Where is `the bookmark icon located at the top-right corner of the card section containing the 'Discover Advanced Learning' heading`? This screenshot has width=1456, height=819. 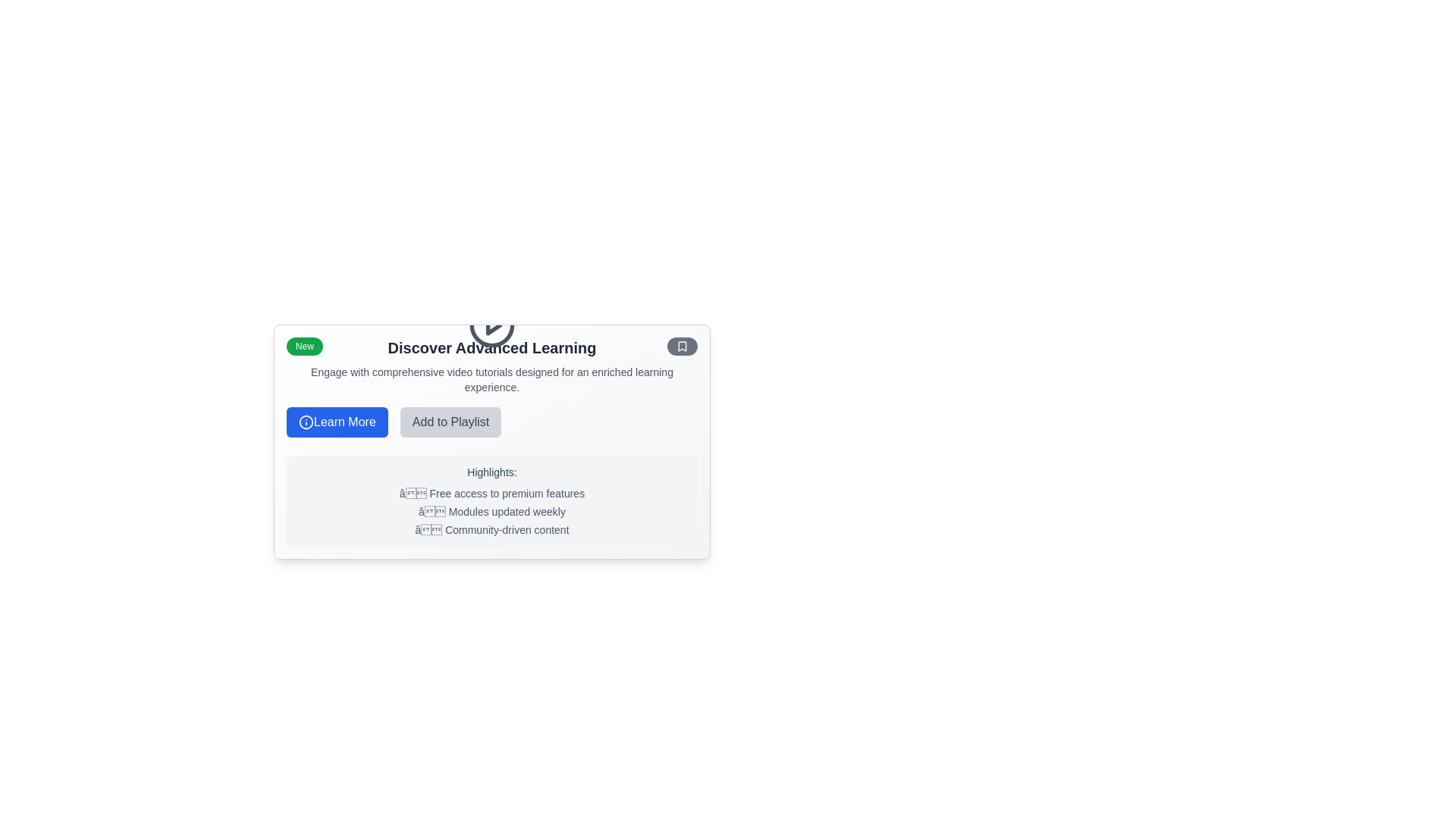
the bookmark icon located at the top-right corner of the card section containing the 'Discover Advanced Learning' heading is located at coordinates (682, 346).